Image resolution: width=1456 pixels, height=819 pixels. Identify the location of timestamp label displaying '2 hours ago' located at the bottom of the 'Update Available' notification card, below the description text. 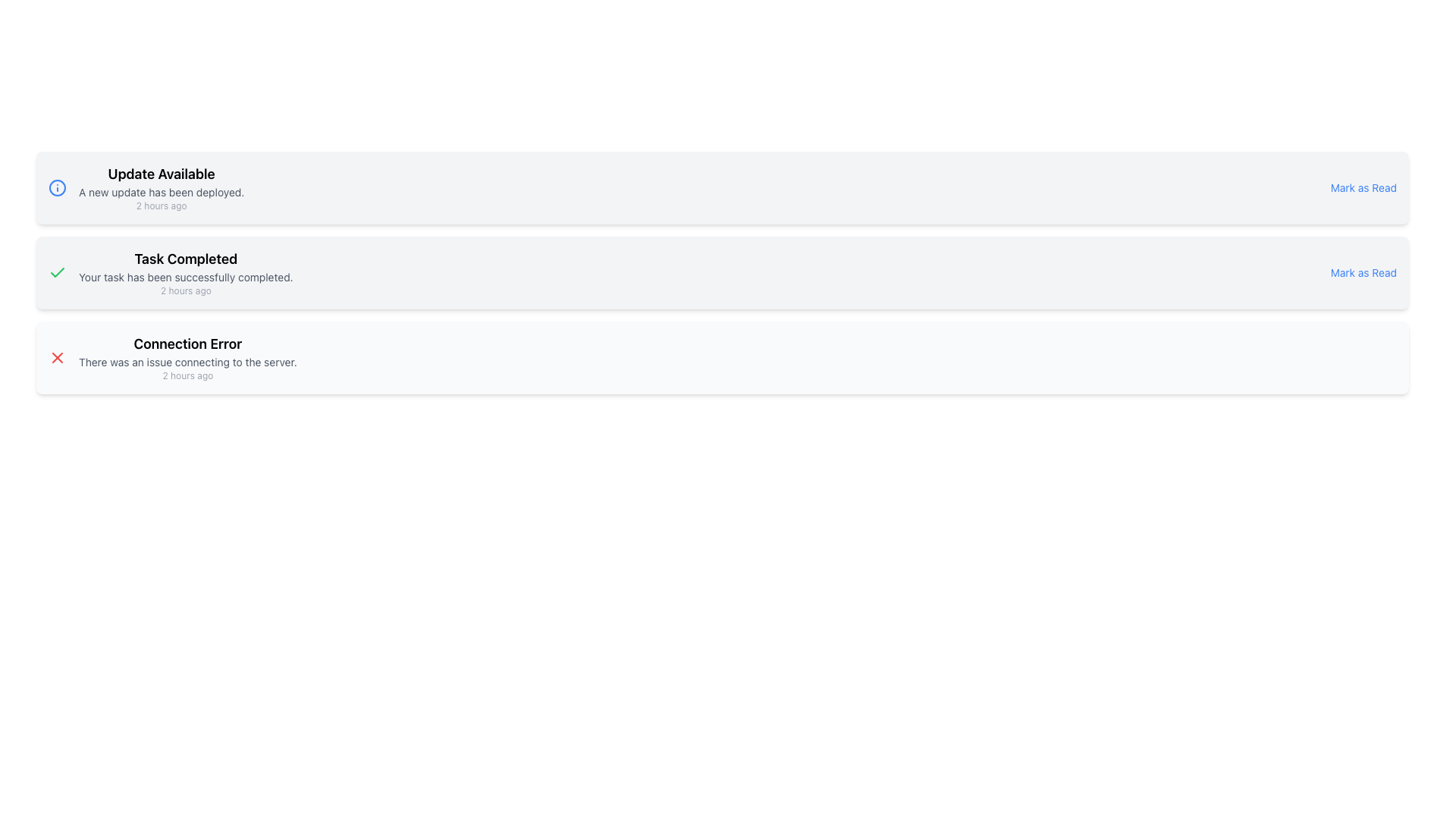
(162, 206).